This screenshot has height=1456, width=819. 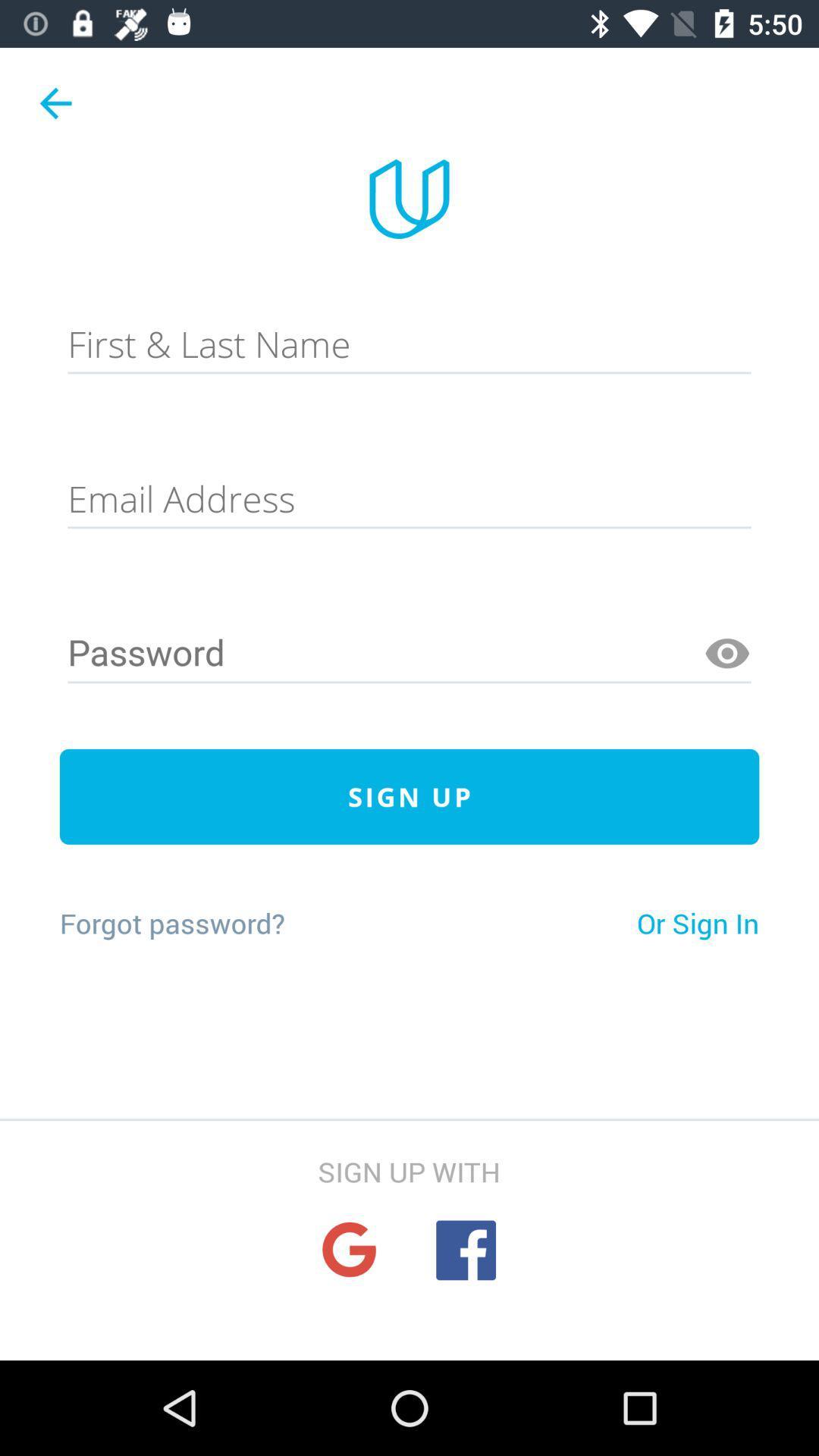 I want to click on facebook sign-up option, so click(x=465, y=1250).